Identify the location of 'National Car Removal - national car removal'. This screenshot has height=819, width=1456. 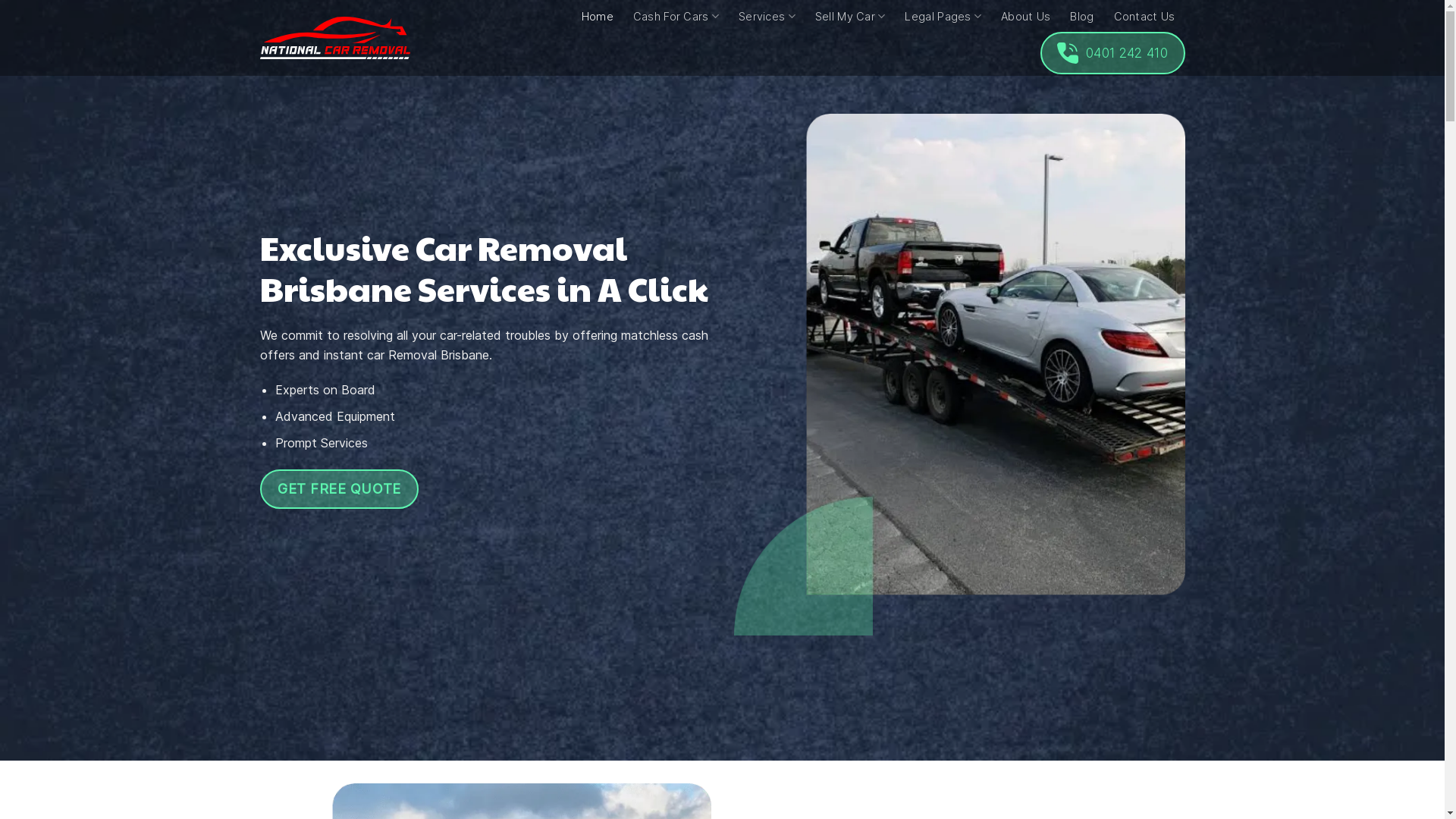
(334, 37).